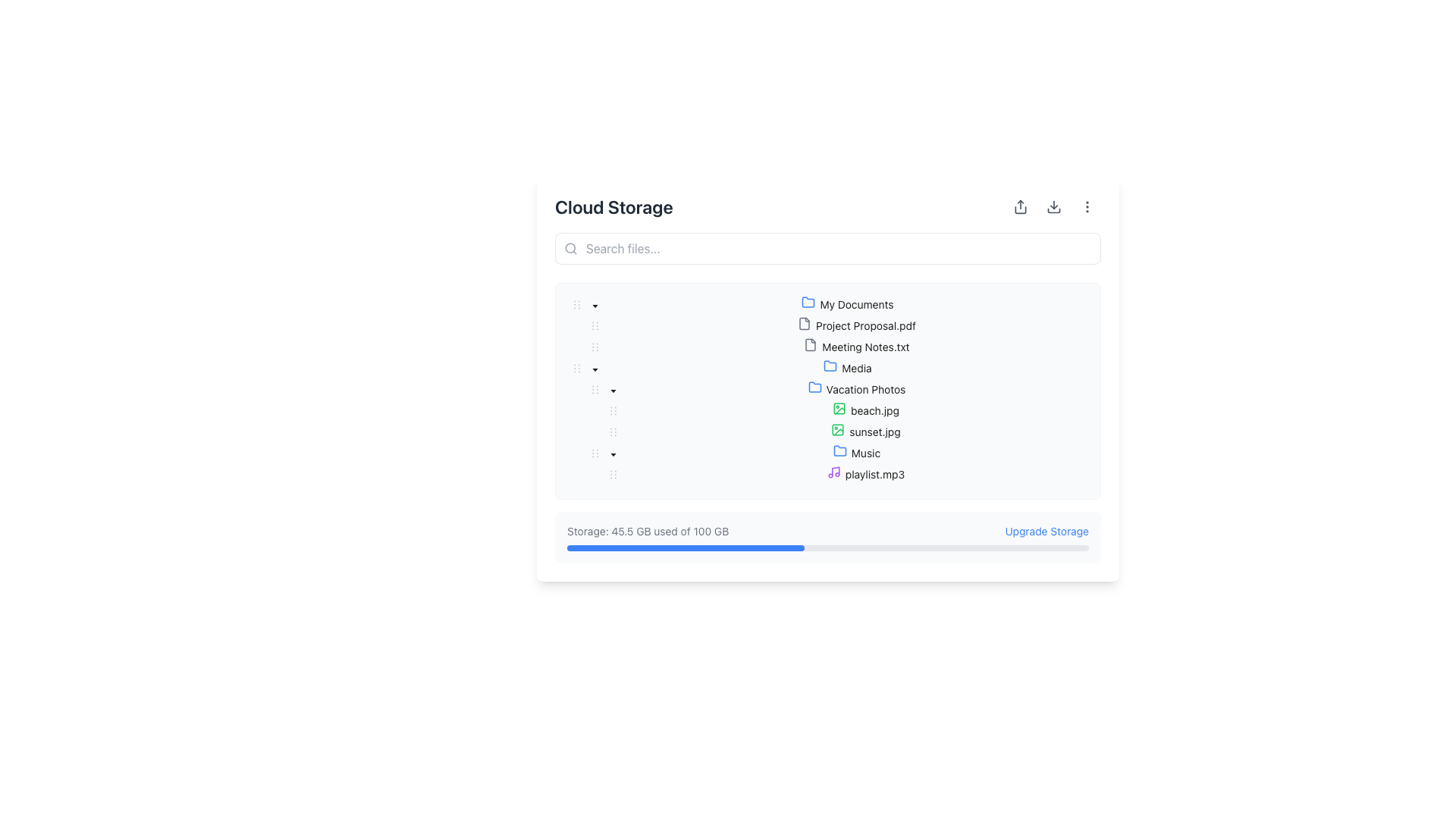 Image resolution: width=1456 pixels, height=819 pixels. Describe the element at coordinates (866, 432) in the screenshot. I see `to select the file item named 'sunset.jpg' in the file tree structure, which is located under the 'Vacation Photos' folder` at that location.